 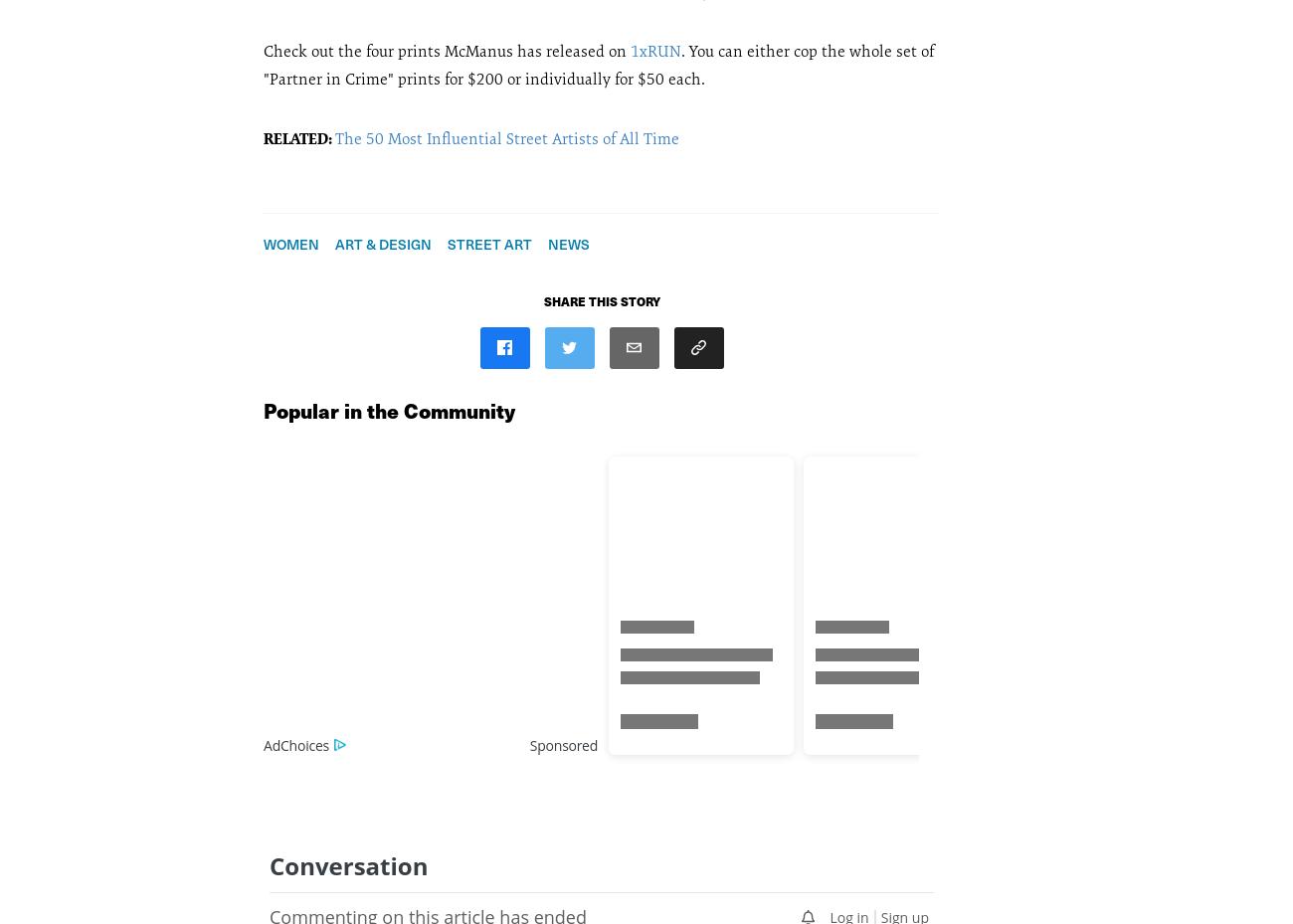 I want to click on 'The 50 Most Influential Street Artists of All Time', so click(x=506, y=137).